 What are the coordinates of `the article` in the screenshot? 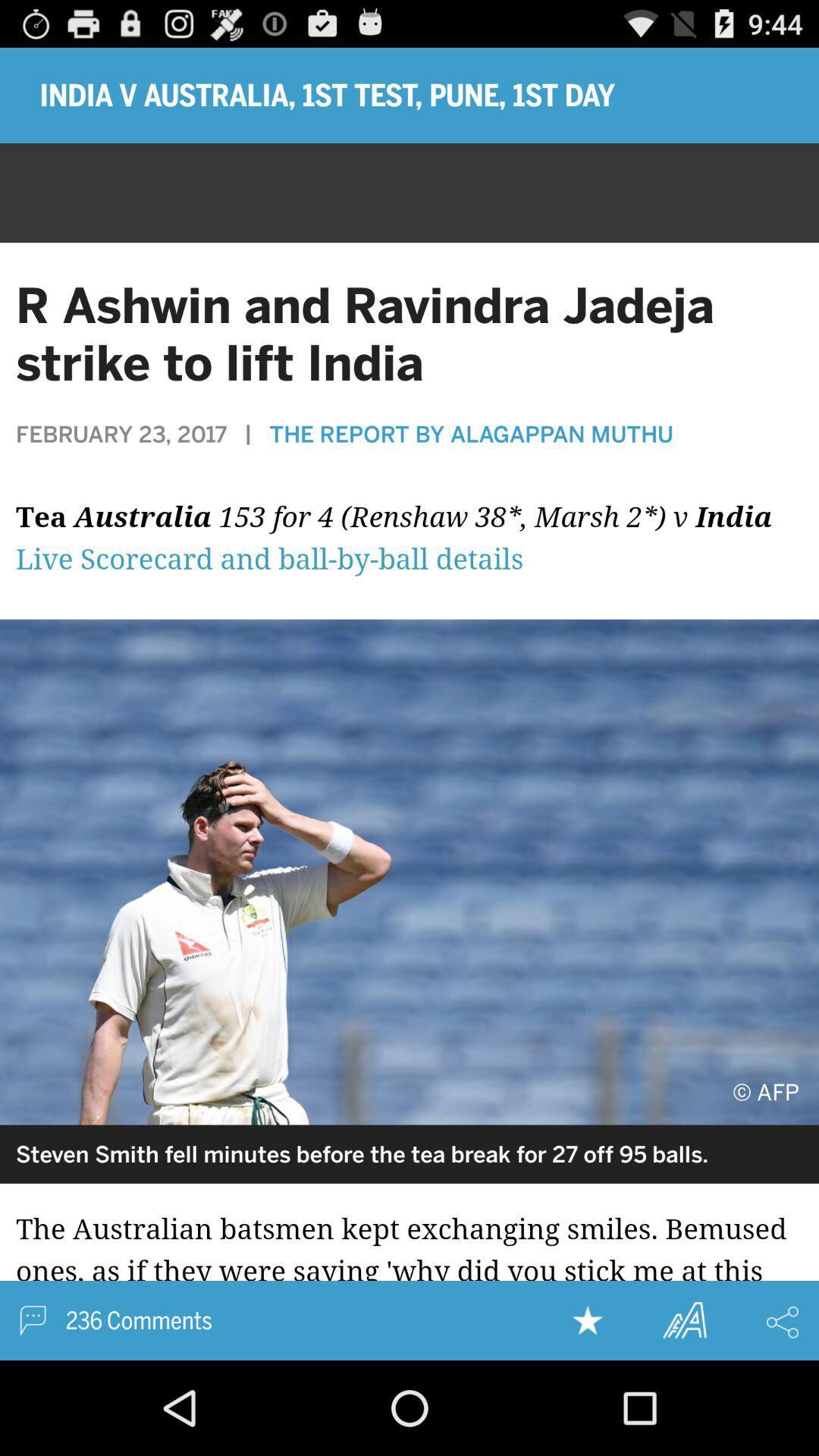 It's located at (587, 1319).